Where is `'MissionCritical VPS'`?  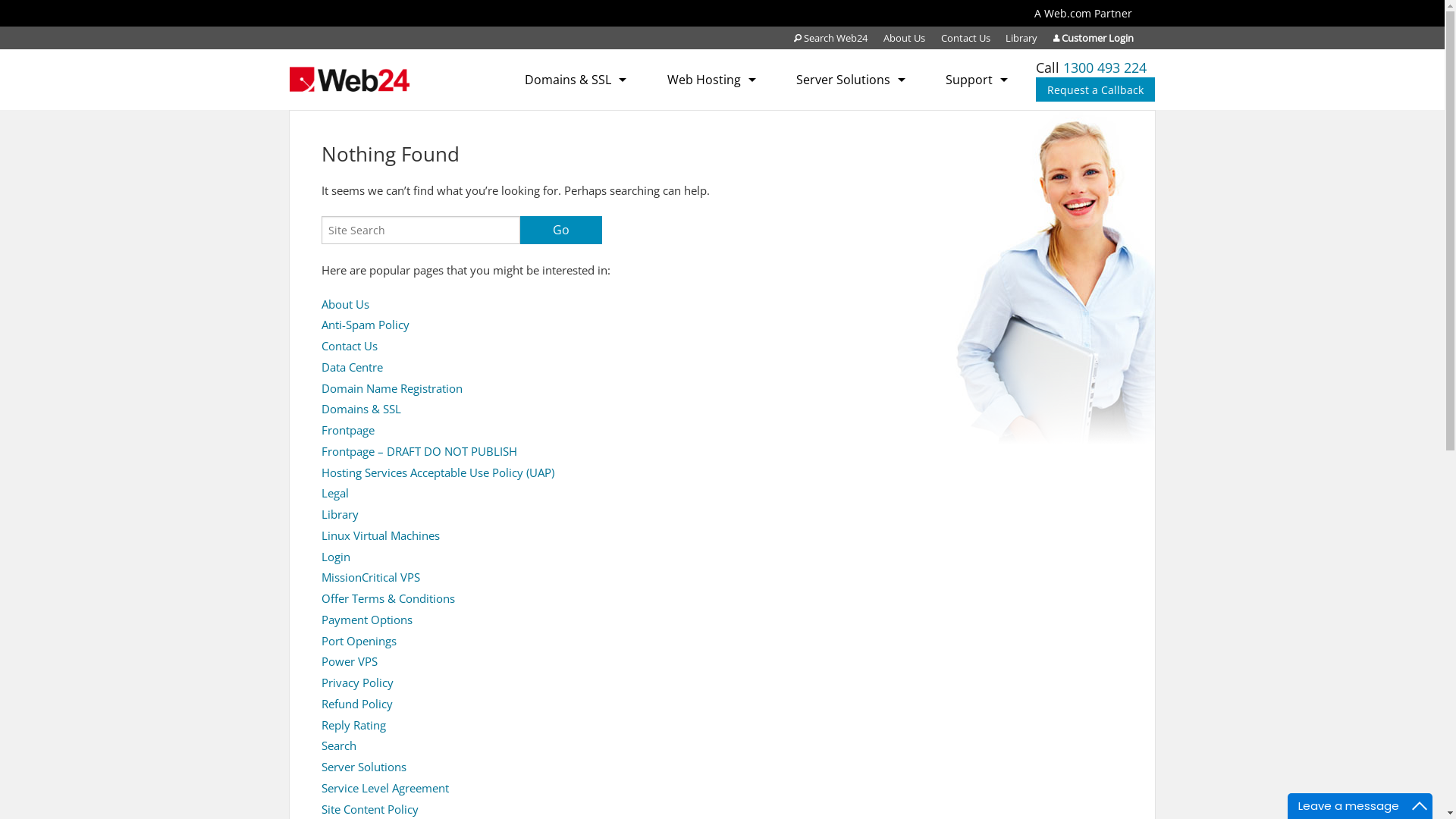
'MissionCritical VPS' is located at coordinates (371, 577).